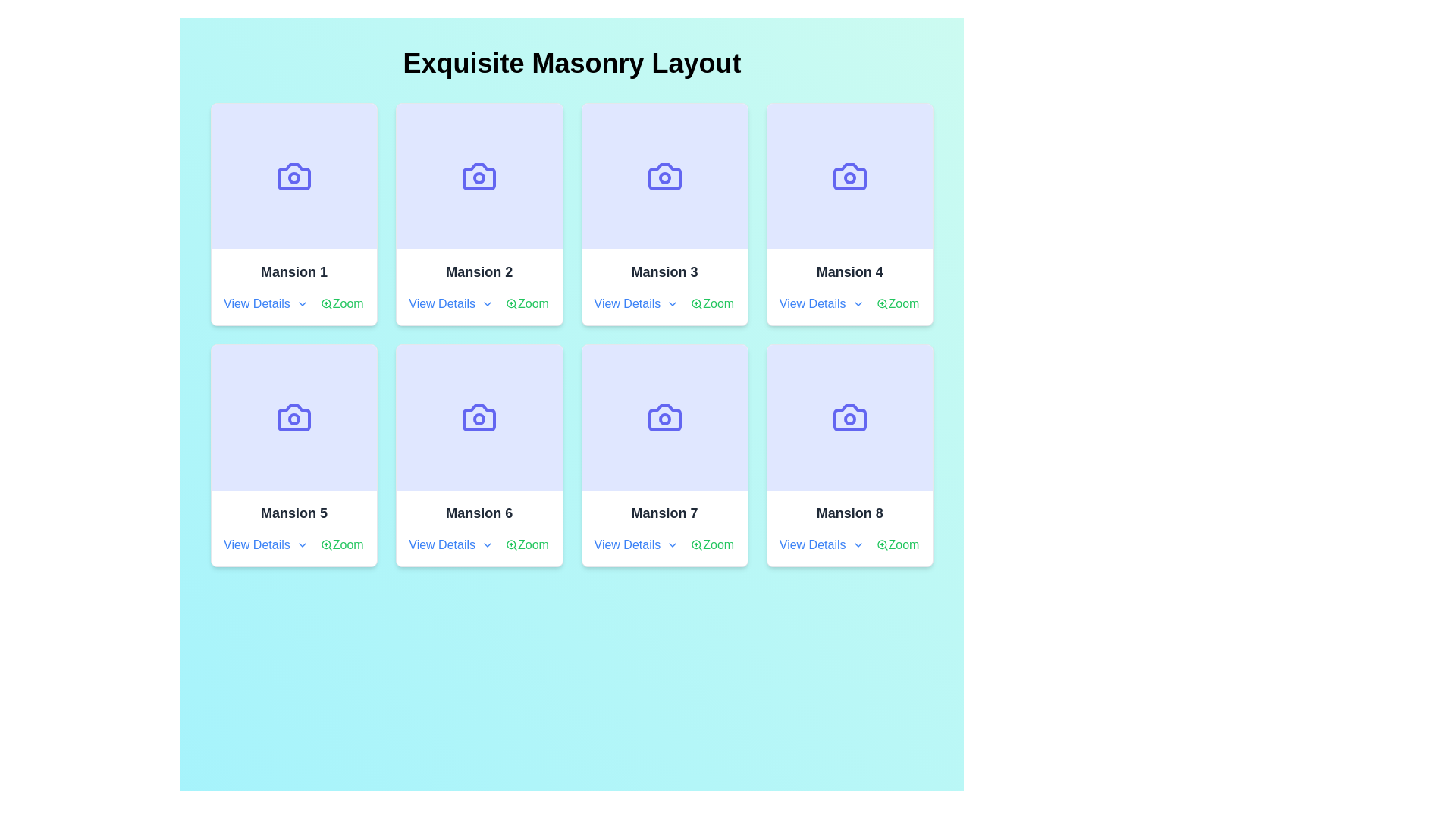 The image size is (1456, 819). I want to click on the camera icon within the card titled 'Mansion 3', located in the second row and third column of the grid layout, which signifies photography or visual content, so click(664, 175).